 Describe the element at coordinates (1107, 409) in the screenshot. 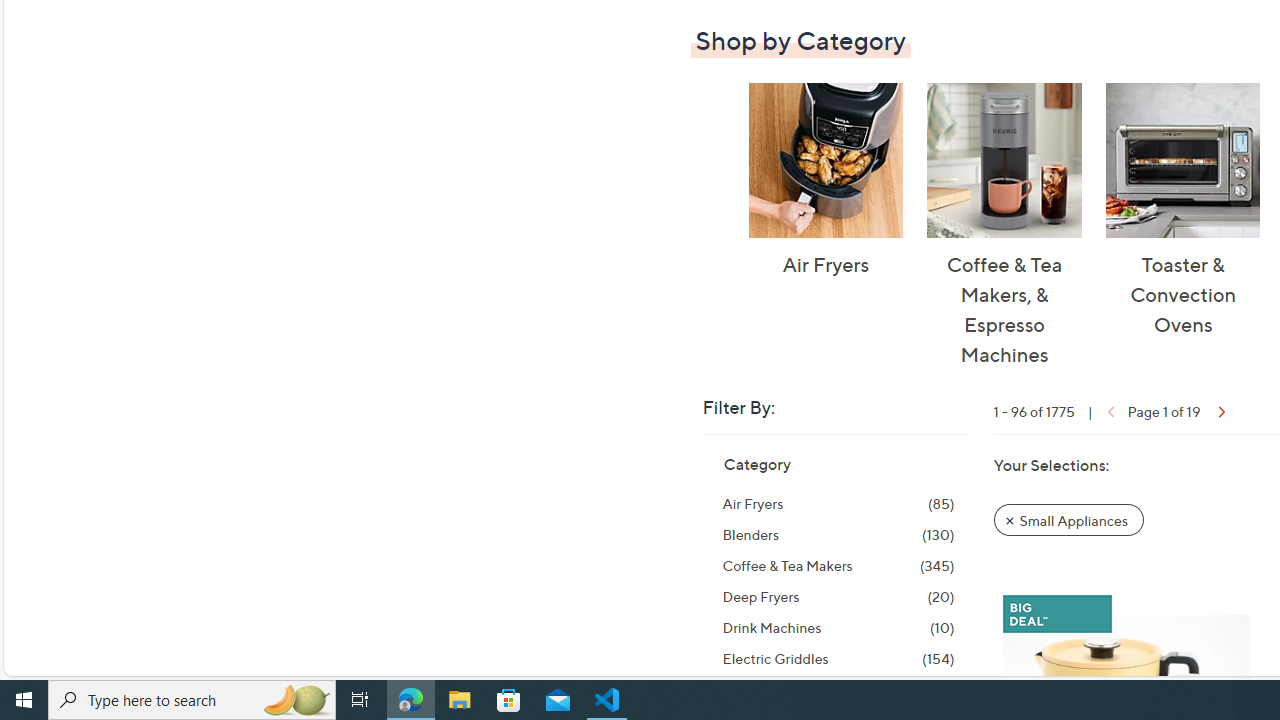

I see `'Previous Page'` at that location.